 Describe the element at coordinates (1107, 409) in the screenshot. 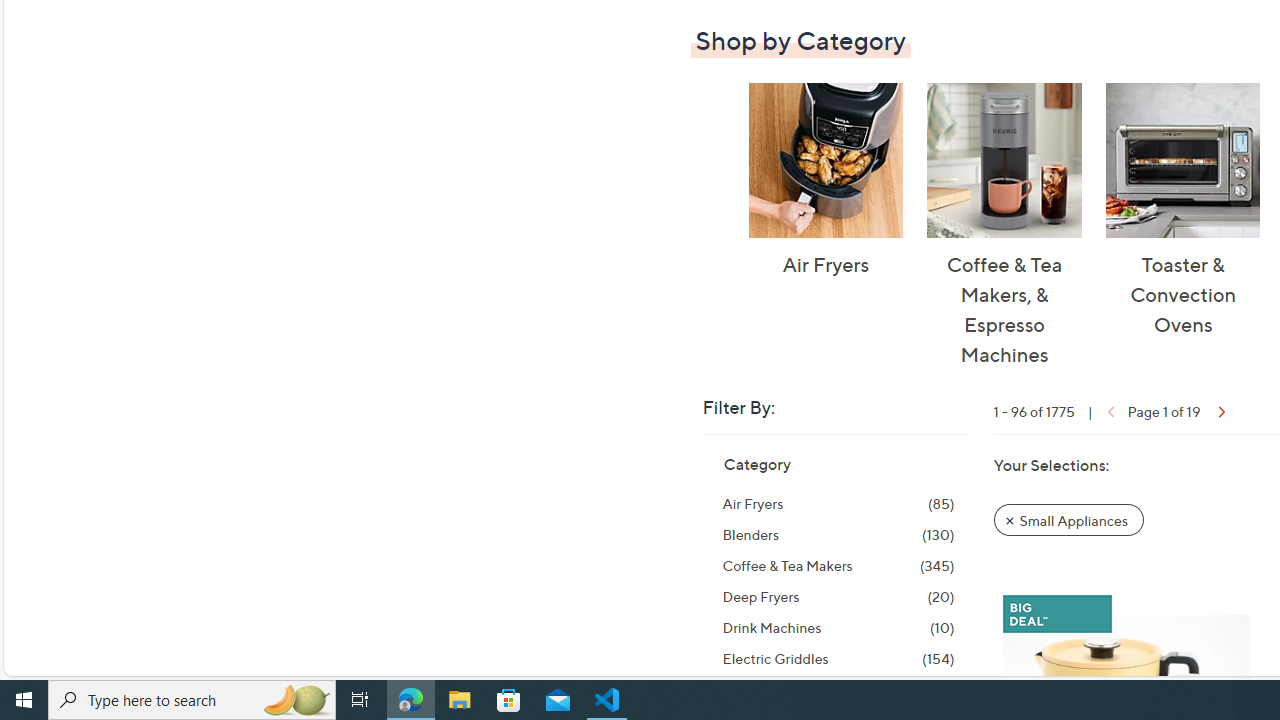

I see `'Previous Page'` at that location.